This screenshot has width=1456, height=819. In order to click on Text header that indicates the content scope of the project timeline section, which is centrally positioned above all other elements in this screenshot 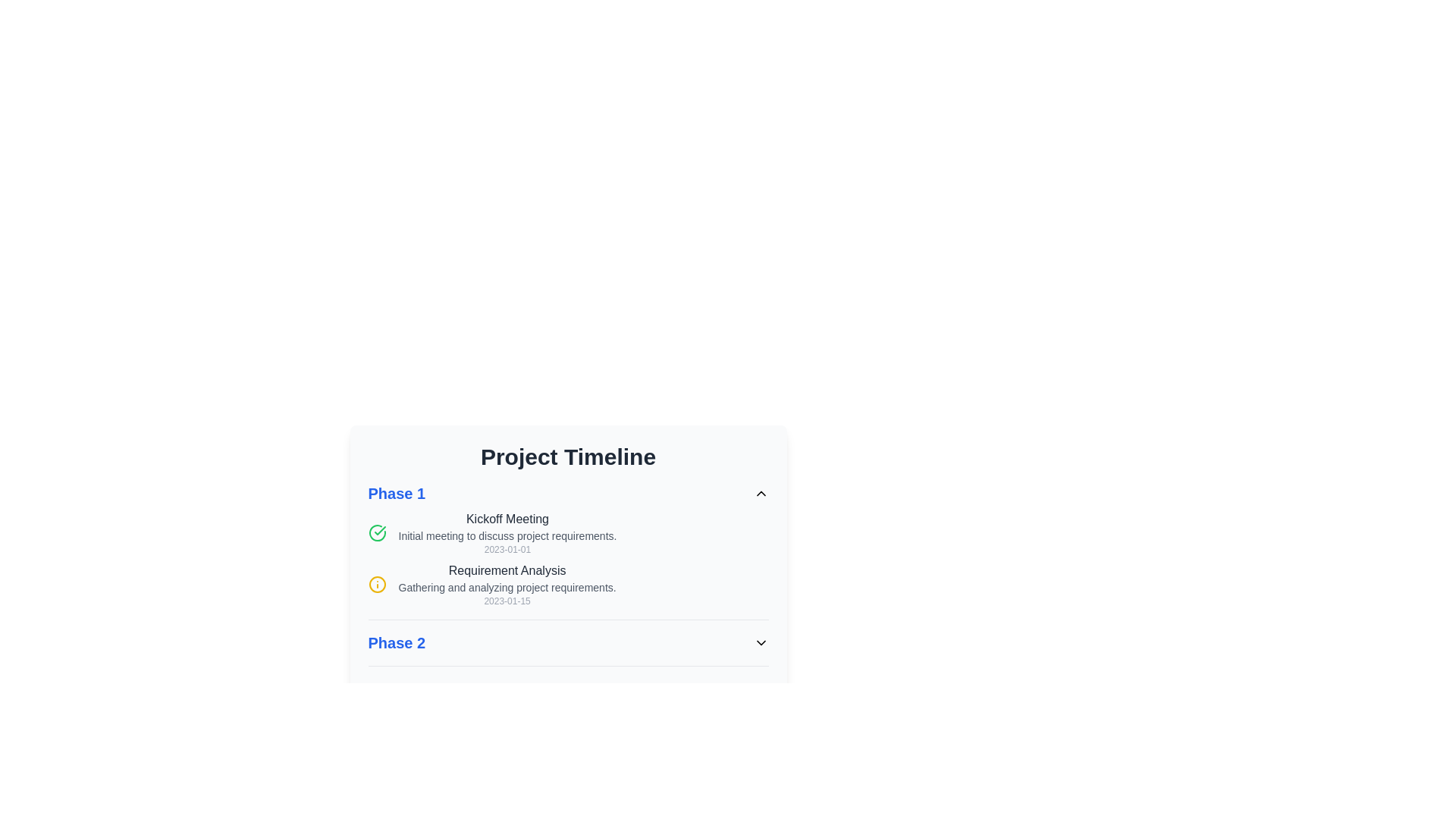, I will do `click(567, 456)`.